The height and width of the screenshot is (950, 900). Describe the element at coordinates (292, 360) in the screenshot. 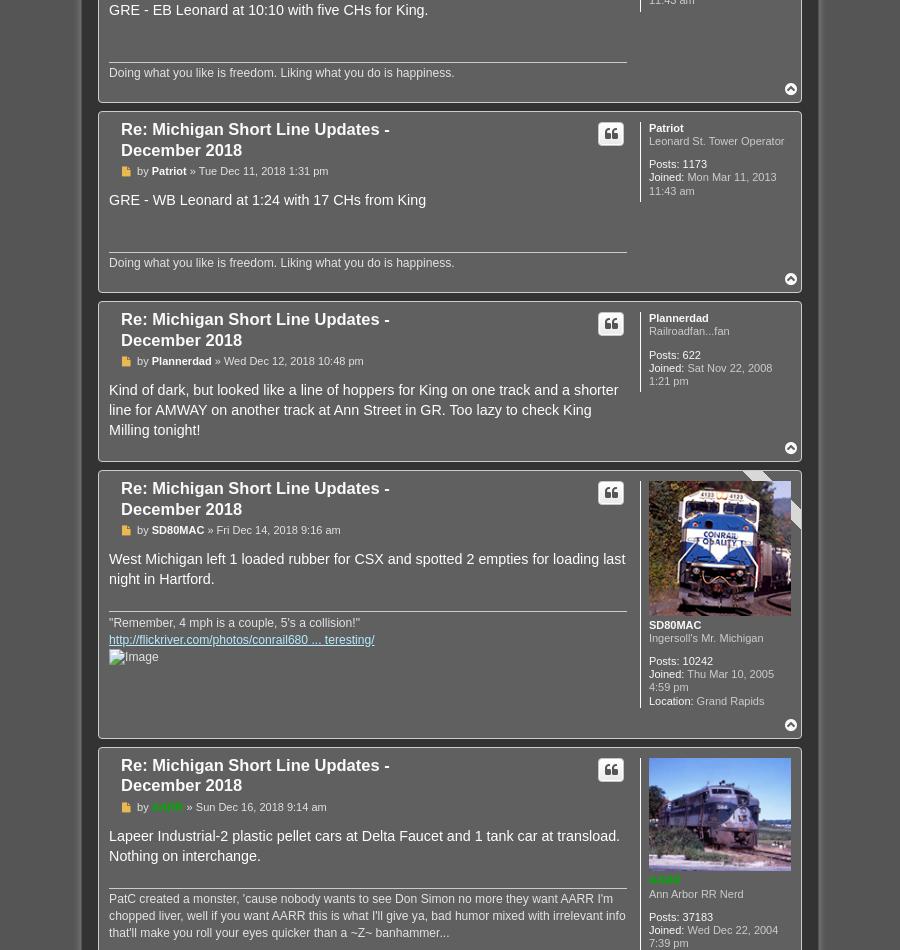

I see `'Wed Dec 12, 2018 10:48 pm'` at that location.